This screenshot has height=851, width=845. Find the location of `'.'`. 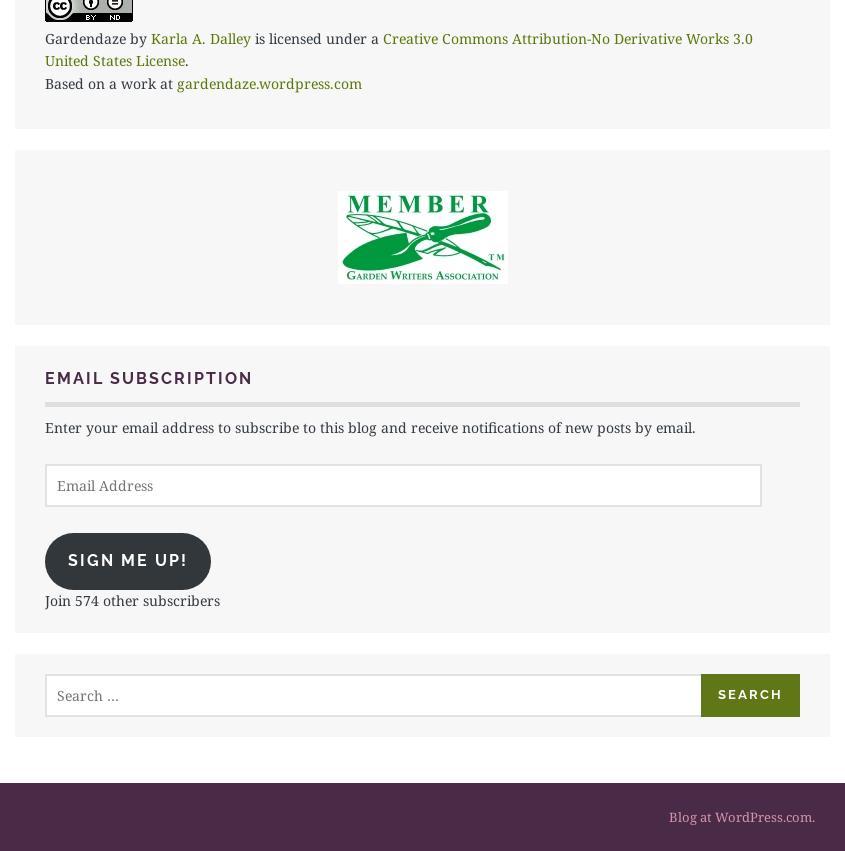

'.' is located at coordinates (185, 60).